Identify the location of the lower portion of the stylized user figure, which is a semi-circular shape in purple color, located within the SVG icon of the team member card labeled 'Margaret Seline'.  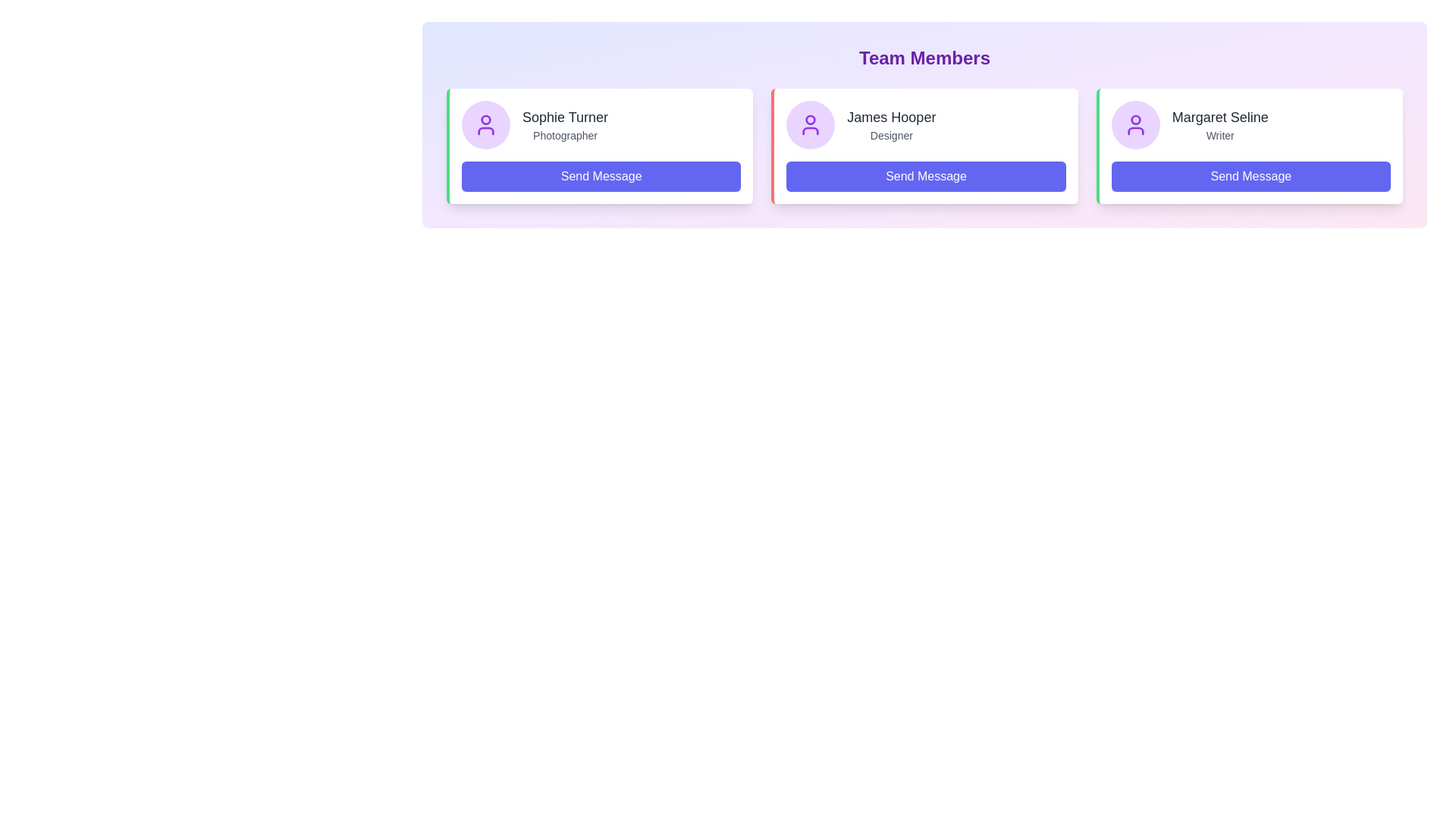
(1135, 130).